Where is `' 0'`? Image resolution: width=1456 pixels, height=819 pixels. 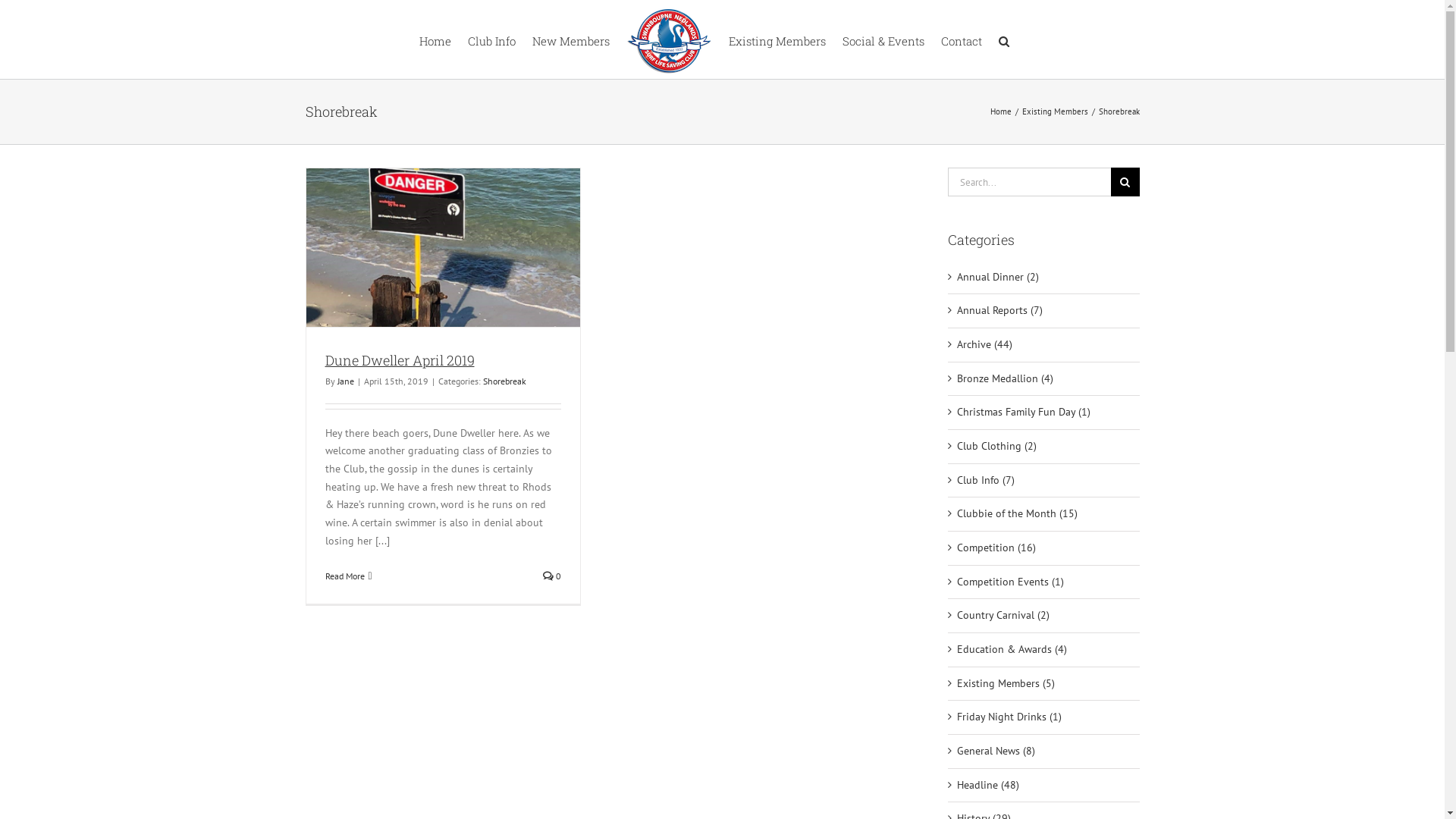 ' 0' is located at coordinates (551, 576).